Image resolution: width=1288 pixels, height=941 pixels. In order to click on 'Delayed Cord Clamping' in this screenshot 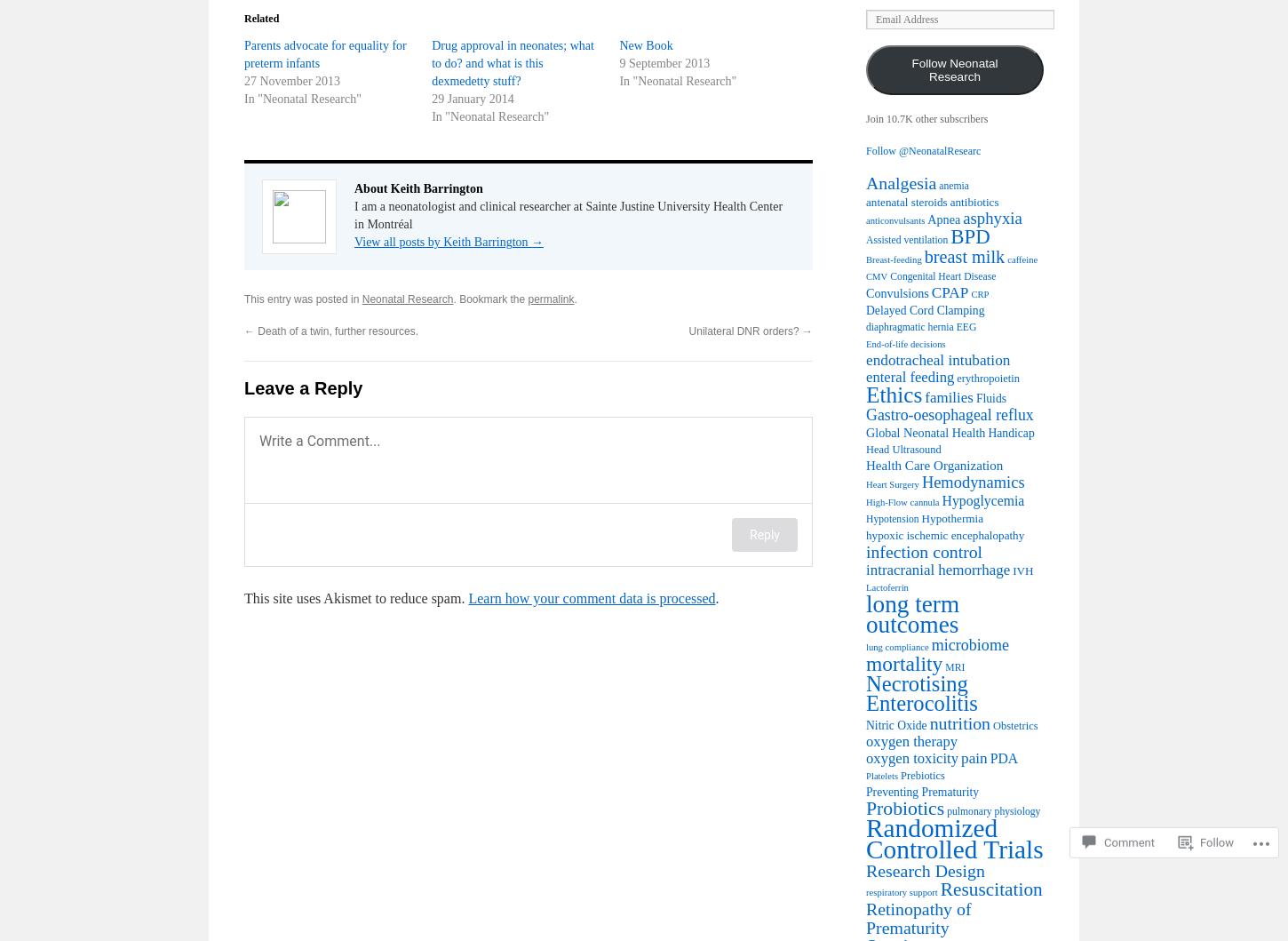, I will do `click(865, 309)`.